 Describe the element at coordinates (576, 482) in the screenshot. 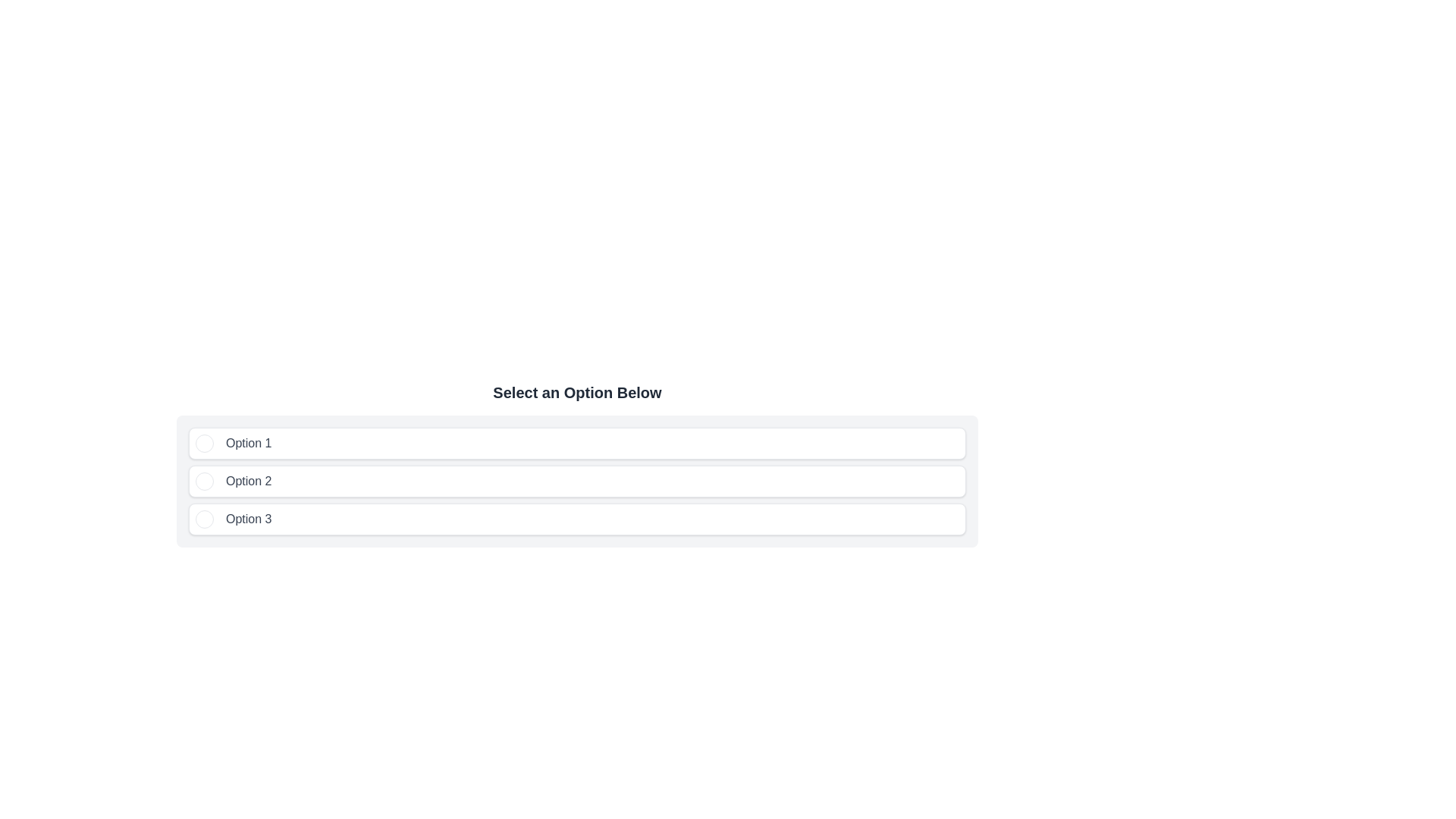

I see `the radio button labeled 'Option 2'` at that location.